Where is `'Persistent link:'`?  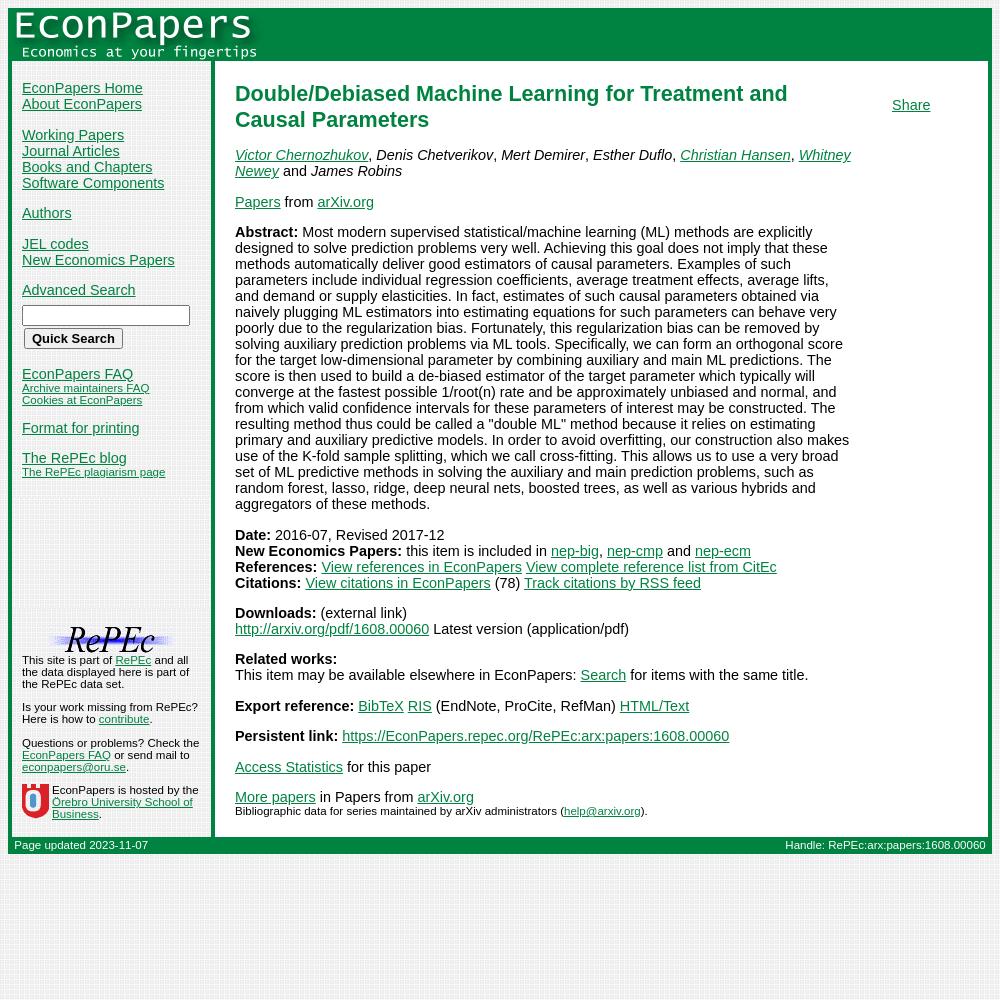
'Persistent link:' is located at coordinates (286, 735).